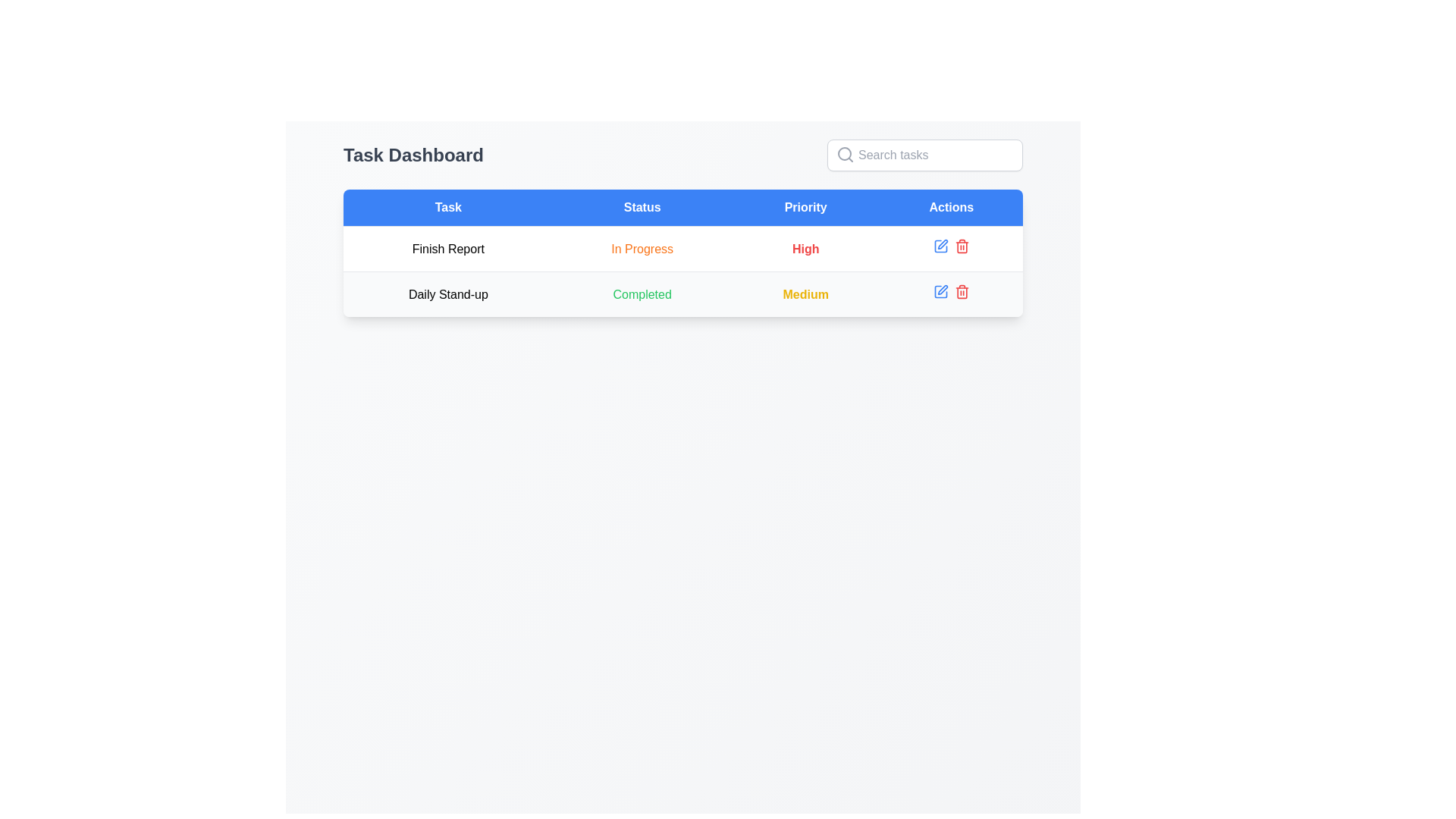 The image size is (1456, 819). I want to click on the 'Priority' column header in the data table to sort the table by priority, so click(805, 208).